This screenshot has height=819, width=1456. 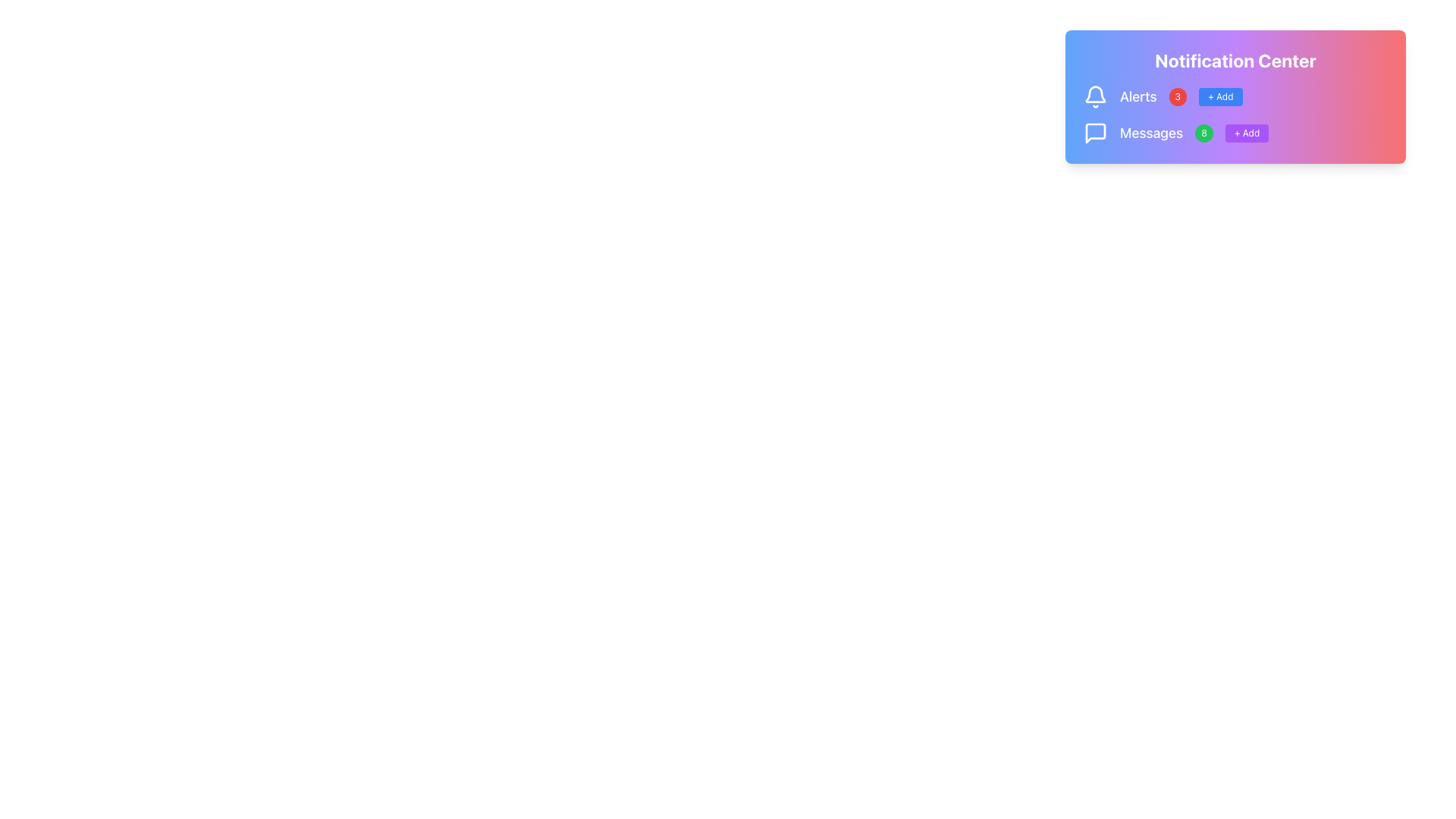 What do you see at coordinates (1095, 133) in the screenshot?
I see `the speech bubble icon located in the Notification Center, which is outlined in blue and positioned left of the 'Messages' text with a green badge showing the number 8` at bounding box center [1095, 133].